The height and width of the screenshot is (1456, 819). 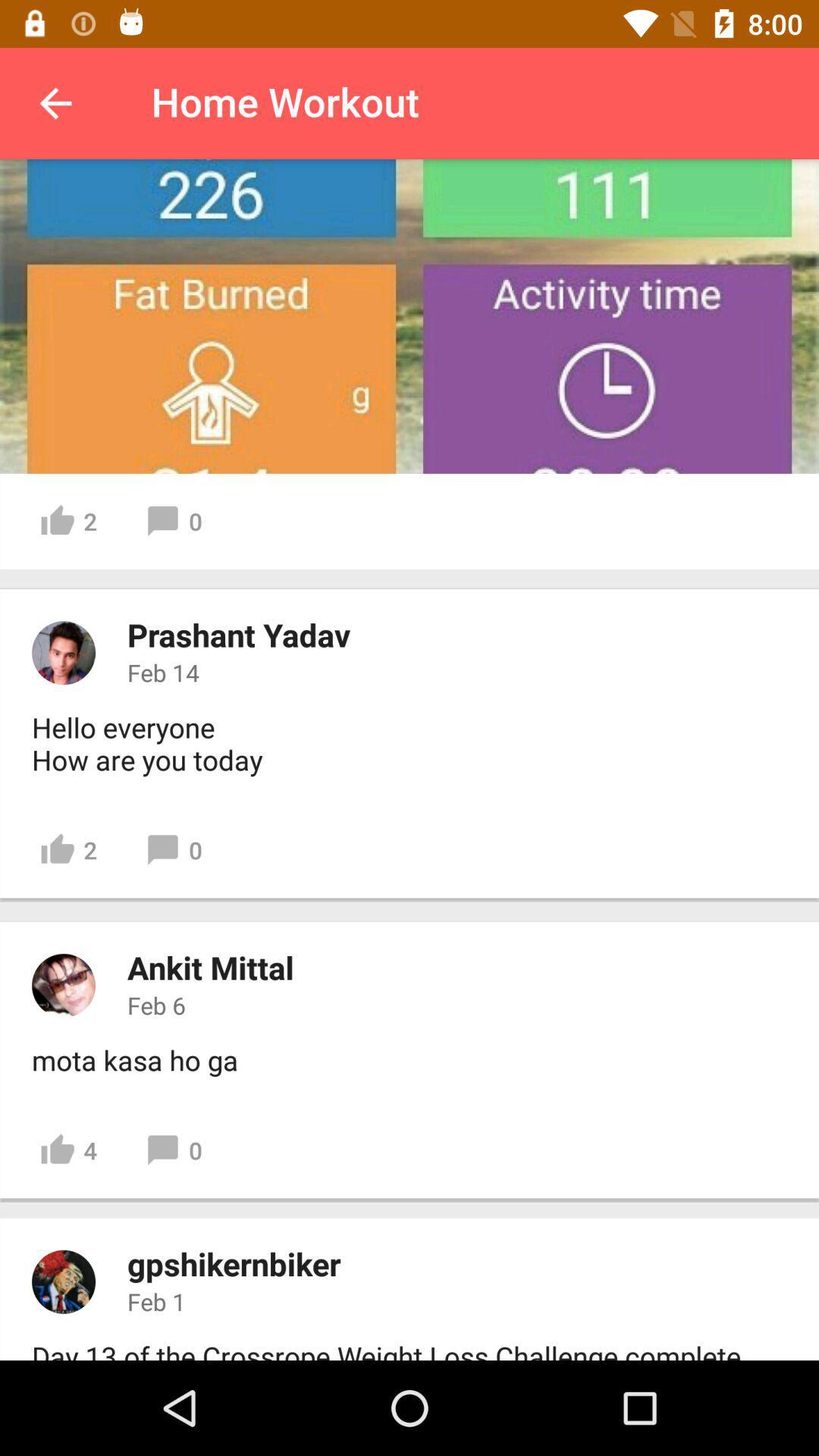 I want to click on the item below the 2 item, so click(x=210, y=966).